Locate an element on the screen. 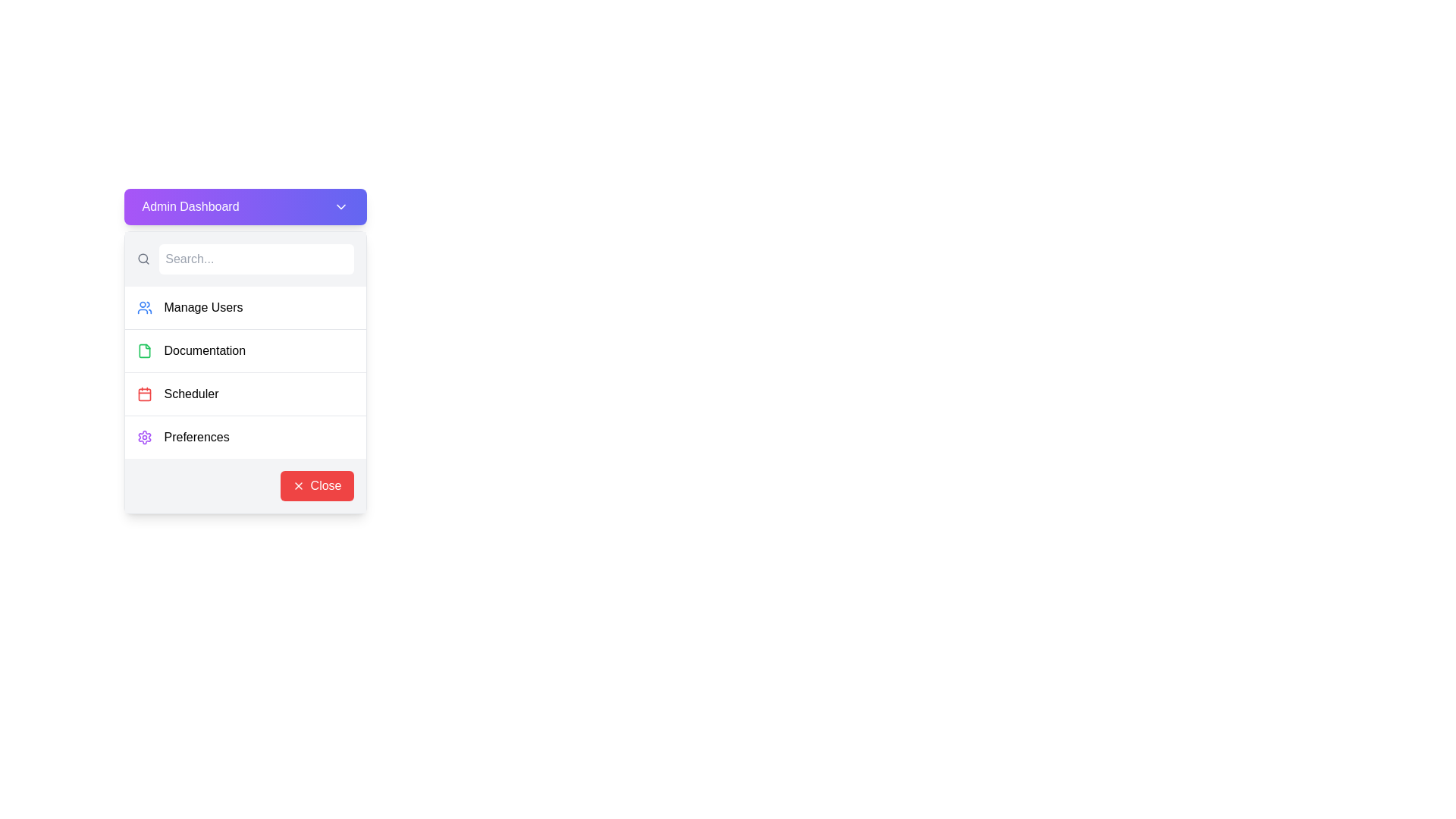 The image size is (1456, 819). the close button located at the right end of the footer section of the card-like UI structure to interact via keyboard is located at coordinates (315, 485).